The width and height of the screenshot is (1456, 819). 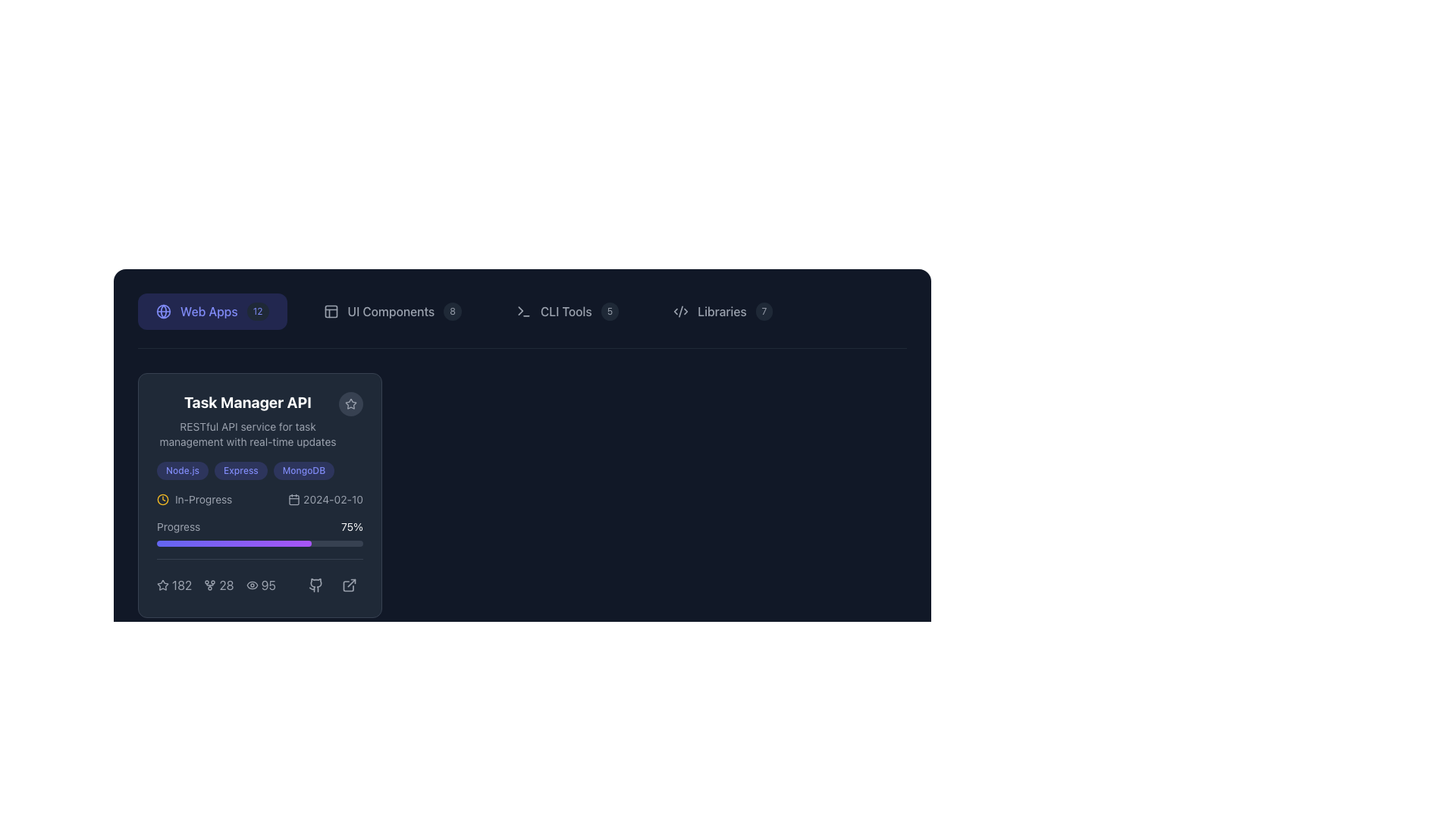 What do you see at coordinates (350, 403) in the screenshot?
I see `the star icon embedded in the circular button located in the upper-right section of the 'Task Manager API' card` at bounding box center [350, 403].